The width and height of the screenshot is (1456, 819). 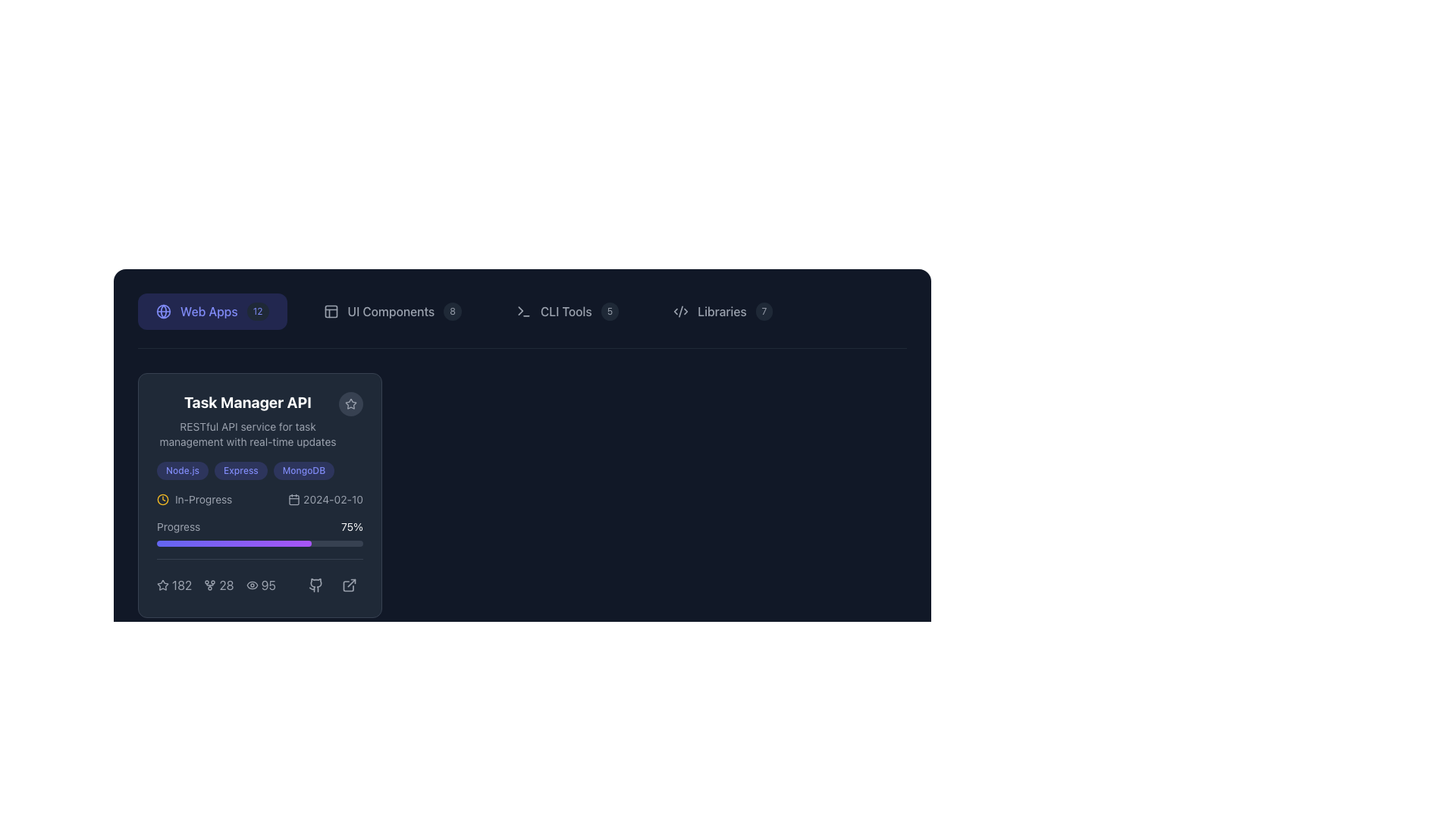 What do you see at coordinates (350, 403) in the screenshot?
I see `the star icon embedded in the circular button located in the upper-right section of the 'Task Manager API' card` at bounding box center [350, 403].